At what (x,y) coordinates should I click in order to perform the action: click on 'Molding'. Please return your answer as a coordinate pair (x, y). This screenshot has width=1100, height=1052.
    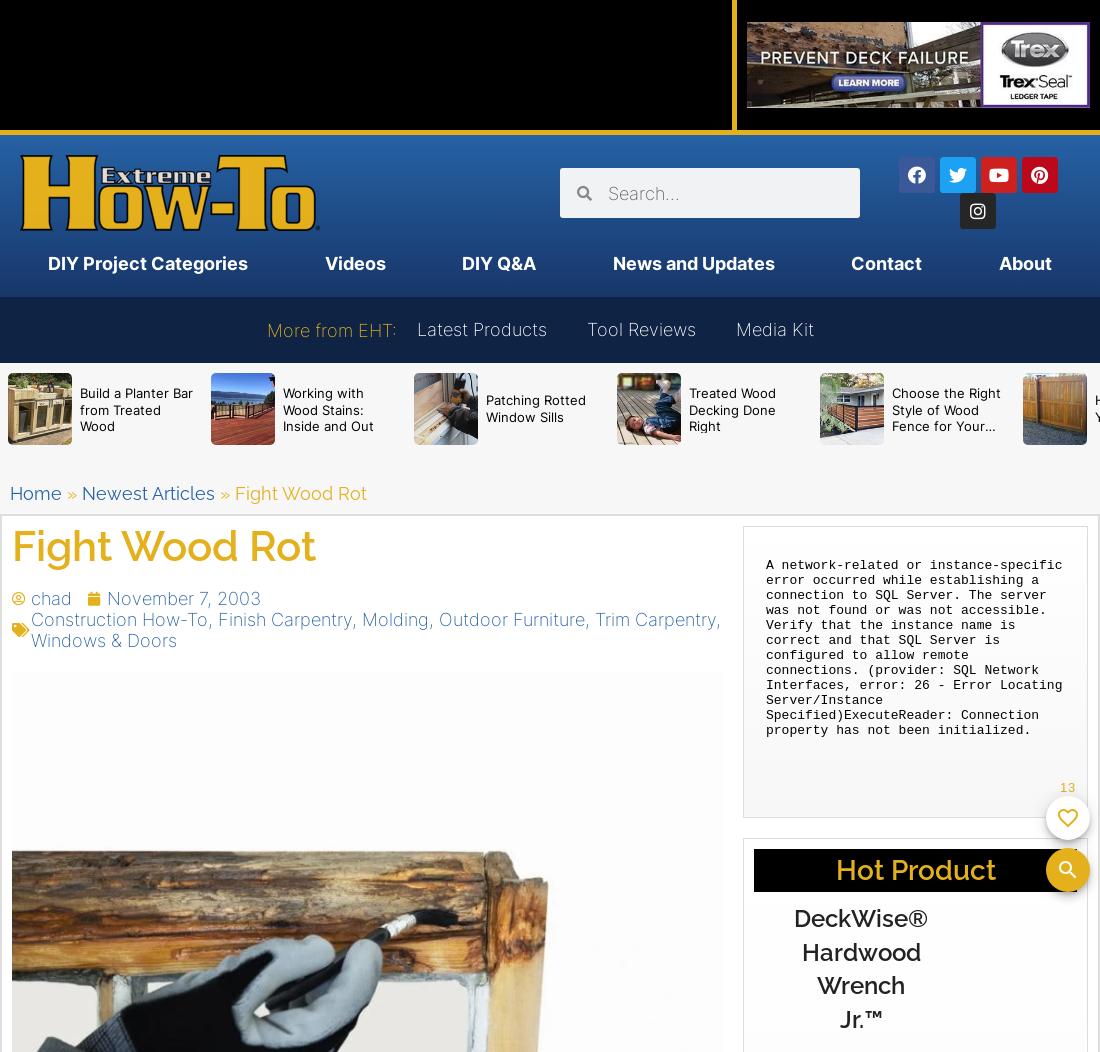
    Looking at the image, I should click on (395, 619).